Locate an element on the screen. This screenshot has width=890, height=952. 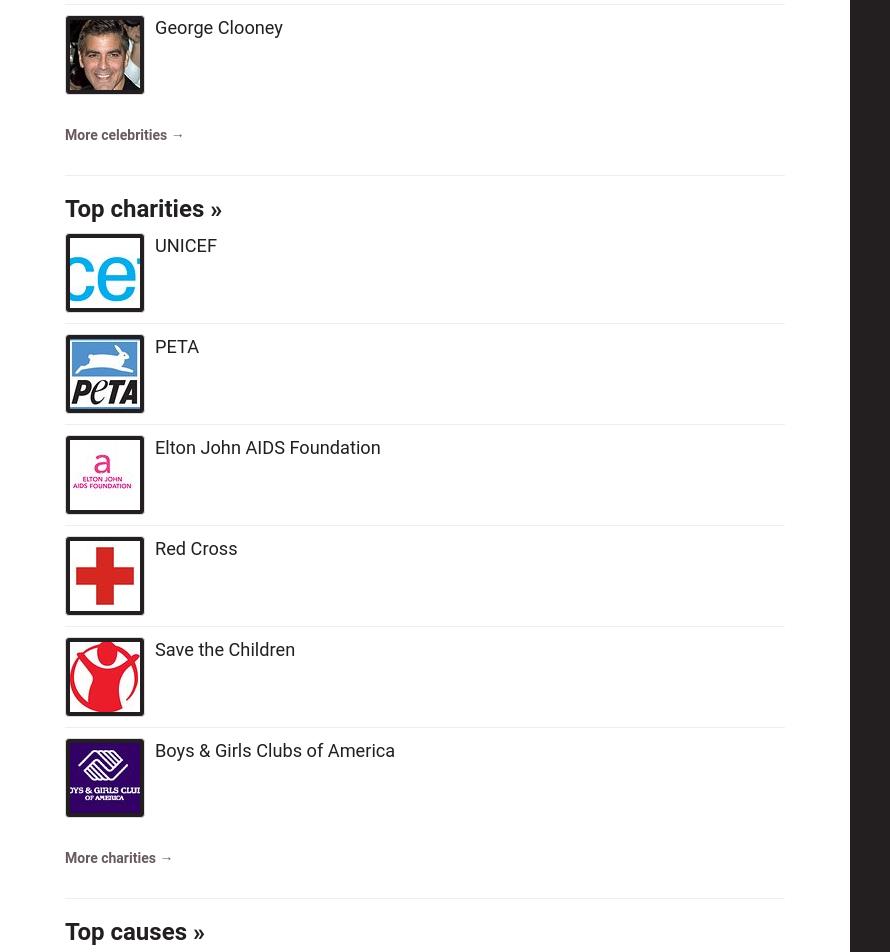
'Elton John AIDS Foundation' is located at coordinates (266, 446).